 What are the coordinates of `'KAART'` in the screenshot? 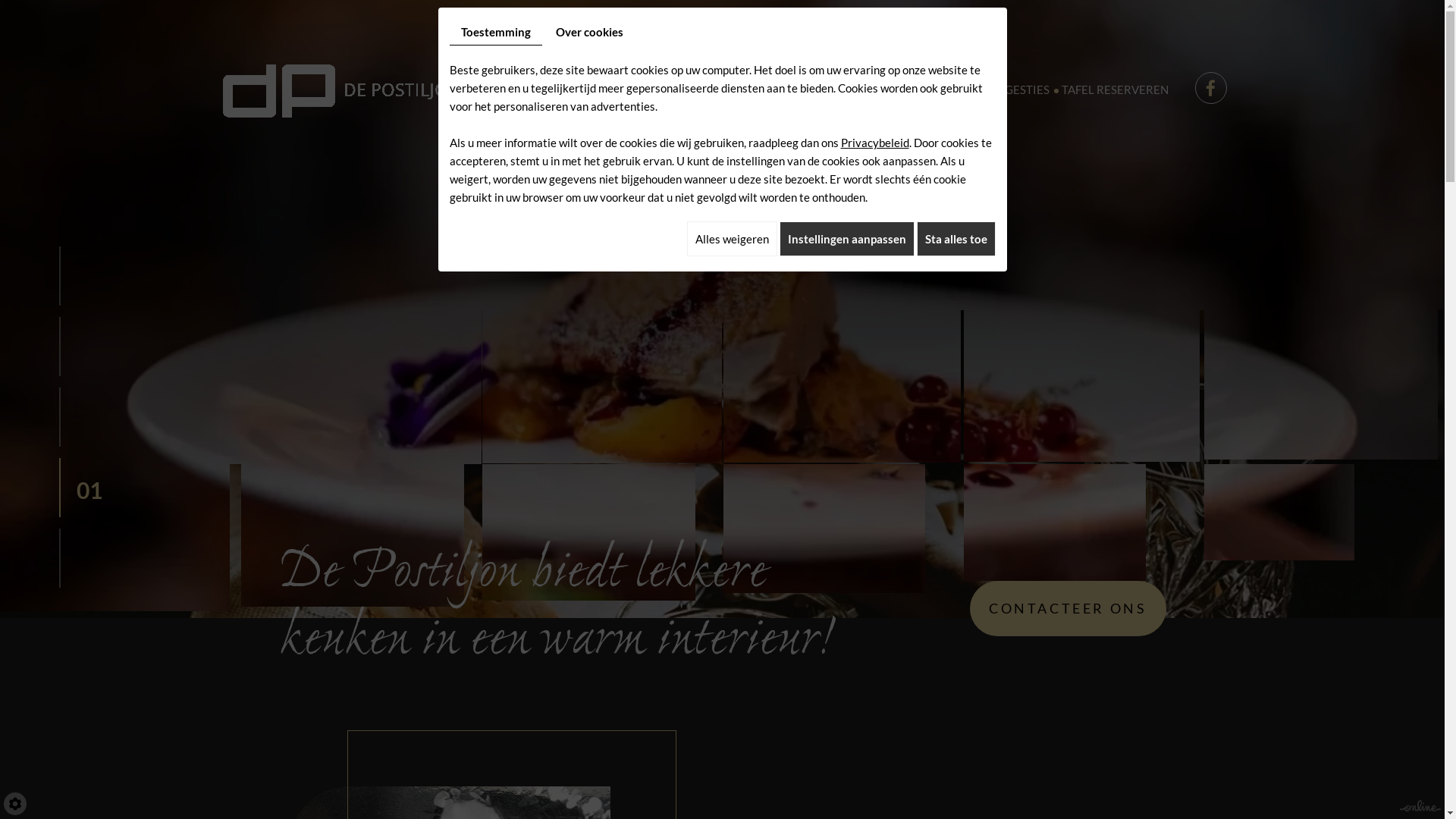 It's located at (737, 89).